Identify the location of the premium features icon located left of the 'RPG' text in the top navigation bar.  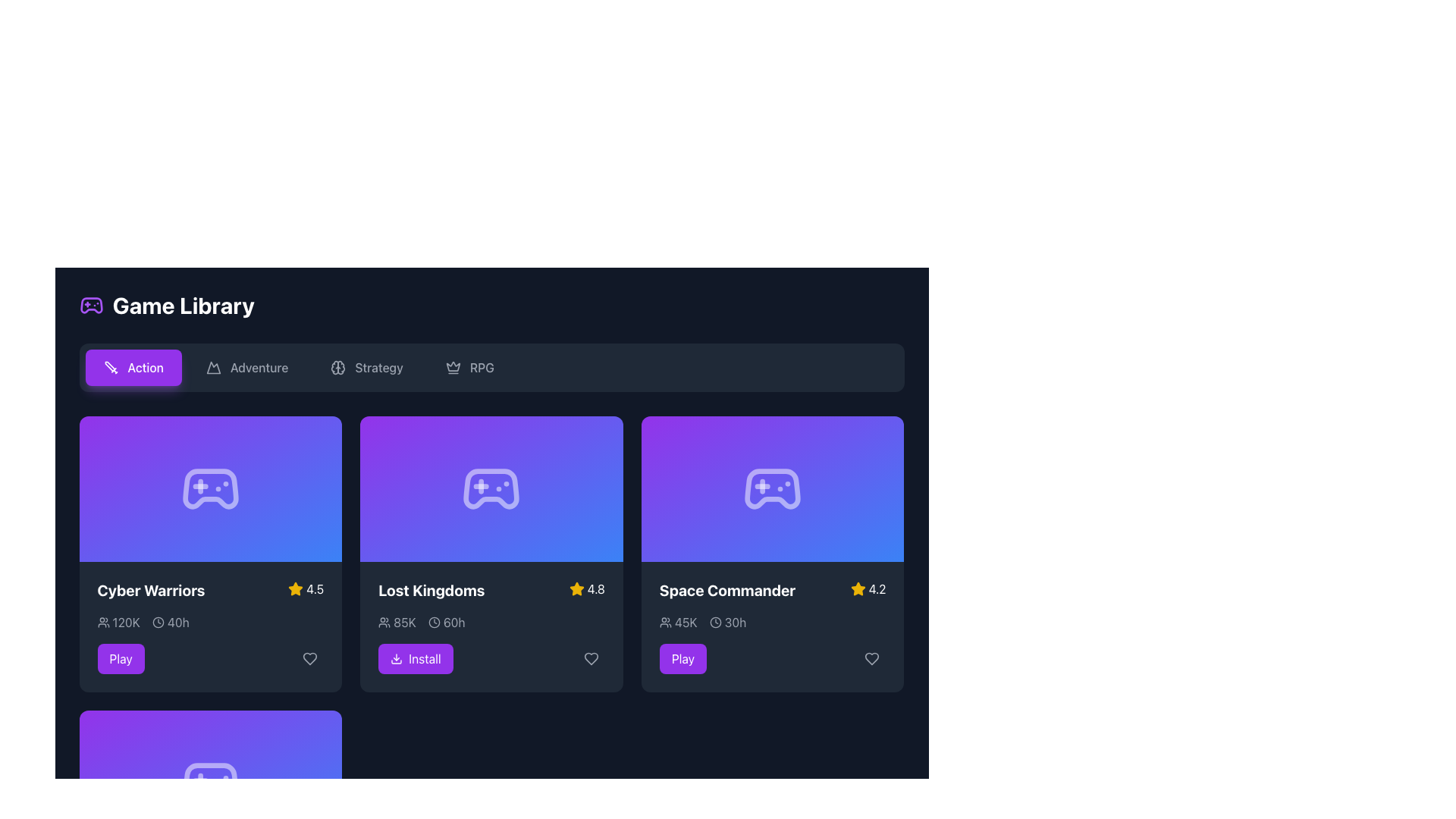
(452, 368).